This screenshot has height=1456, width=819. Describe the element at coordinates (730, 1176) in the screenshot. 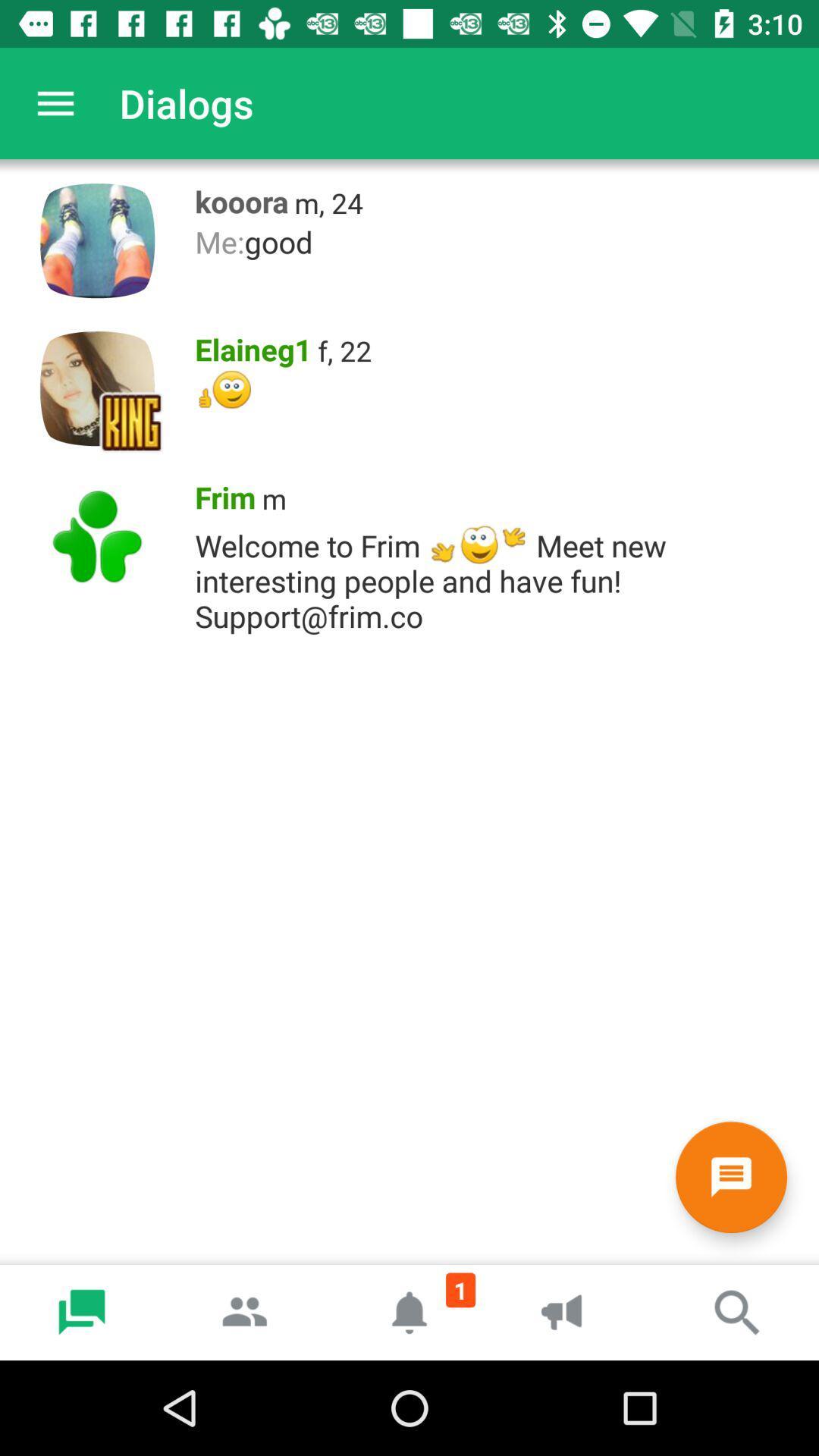

I see `the chat icon` at that location.